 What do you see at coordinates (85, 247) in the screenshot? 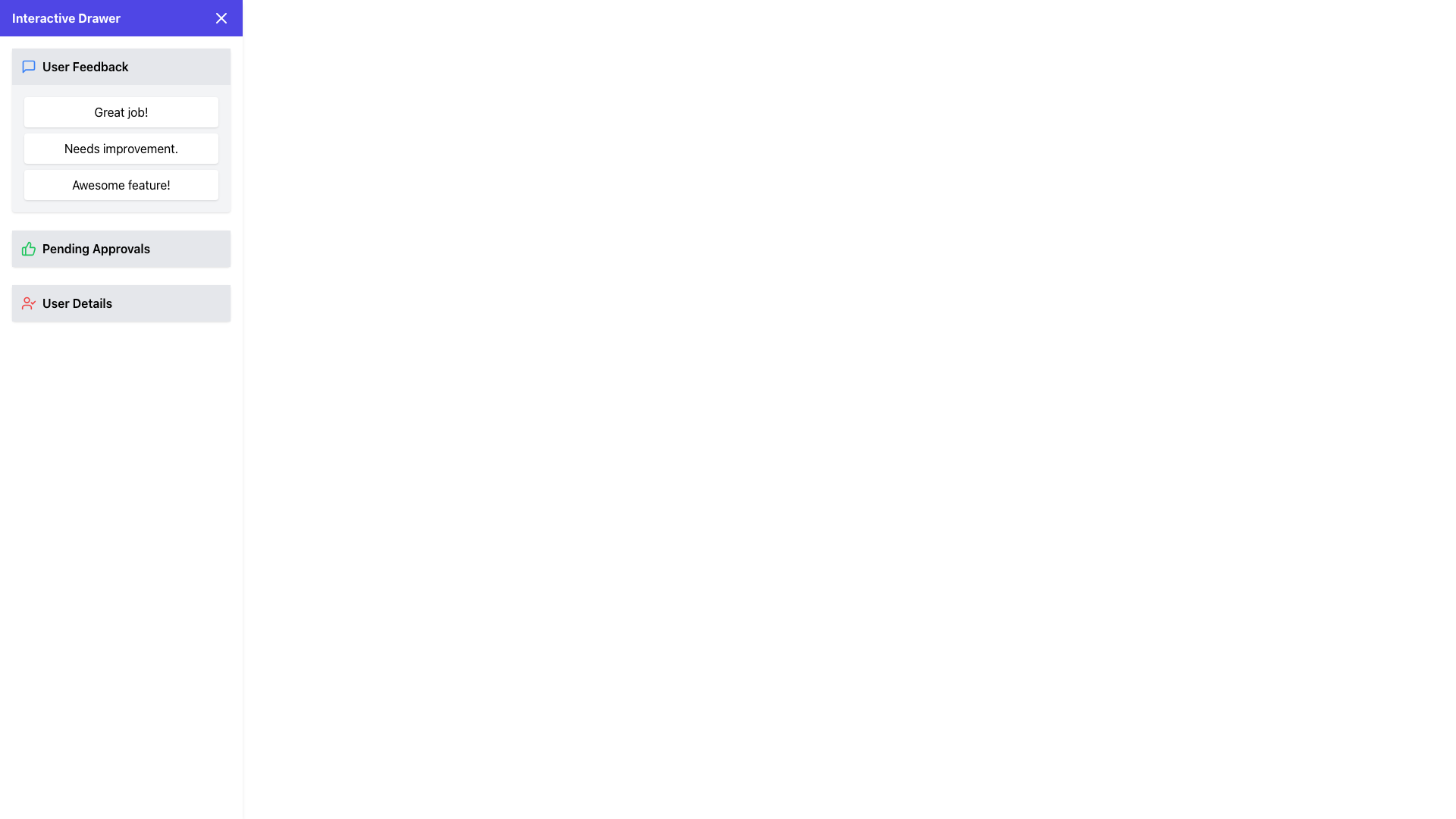
I see `the 'Pending Approvals' interactive label with icon, located in the 'Interactive Drawer' component, positioned beneath 'User Feedback' and above 'User Details'` at bounding box center [85, 247].